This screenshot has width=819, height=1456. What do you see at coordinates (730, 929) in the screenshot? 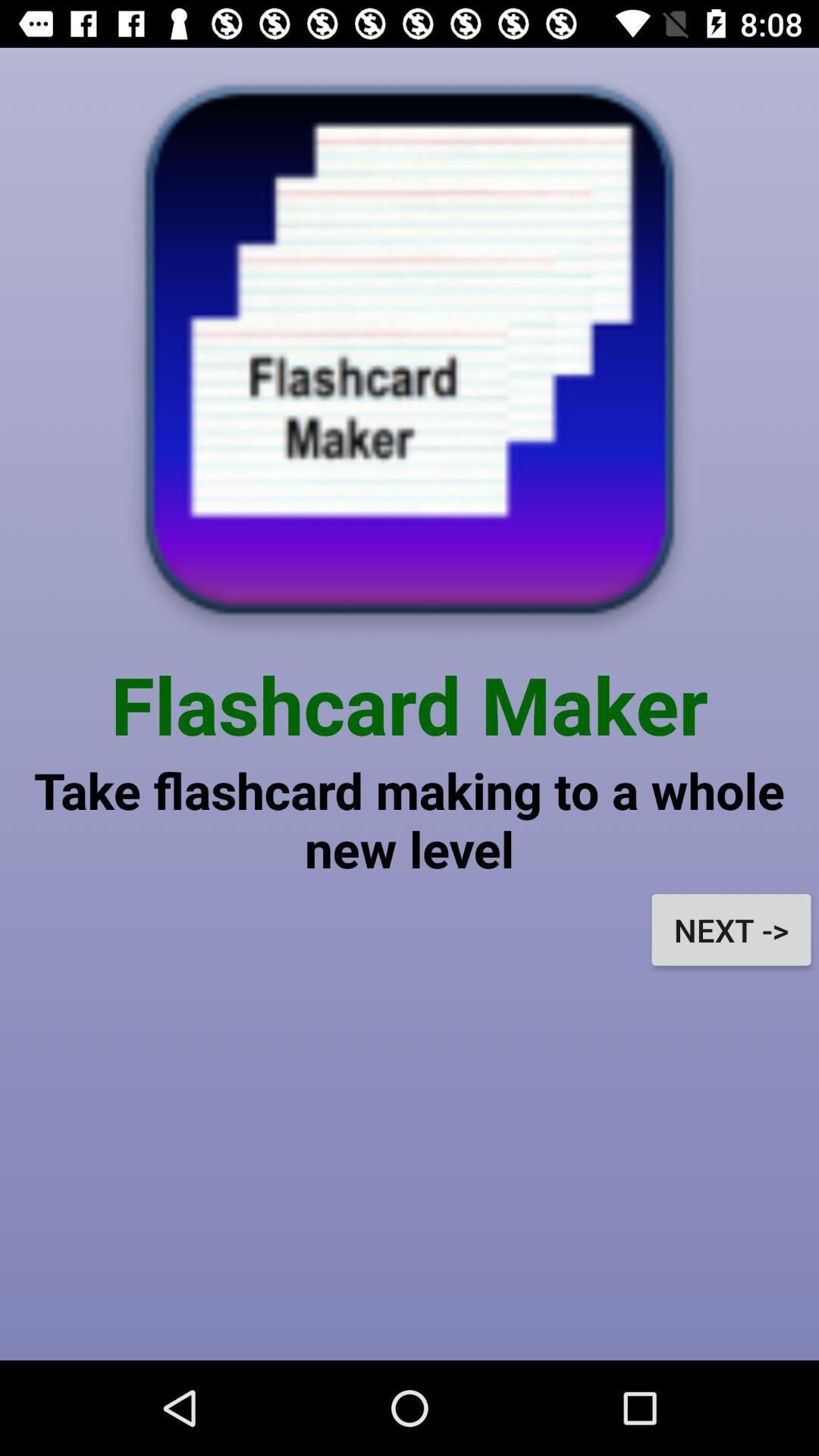
I see `the next ->` at bounding box center [730, 929].